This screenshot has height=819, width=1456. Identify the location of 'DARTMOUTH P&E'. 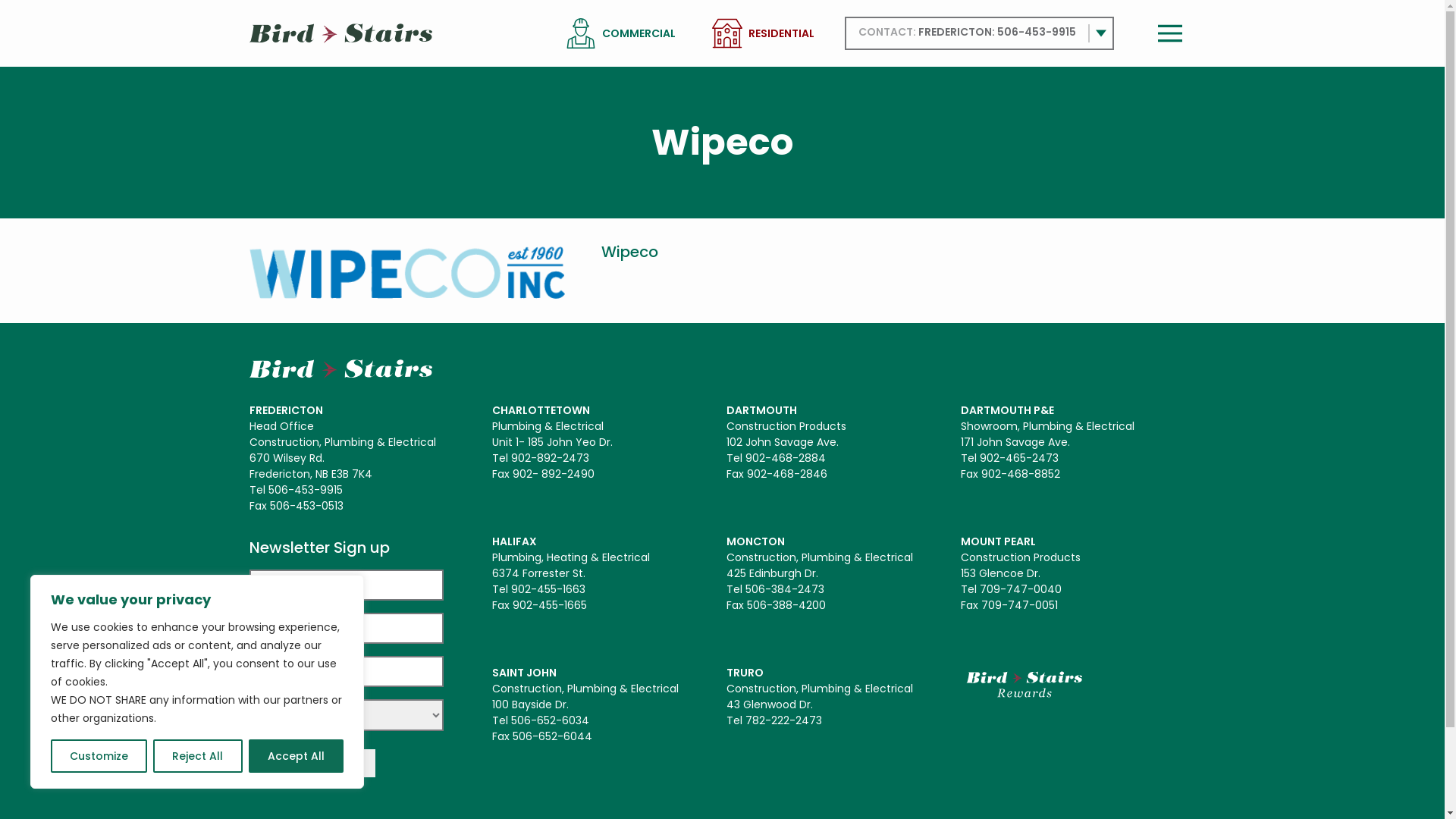
(1007, 409).